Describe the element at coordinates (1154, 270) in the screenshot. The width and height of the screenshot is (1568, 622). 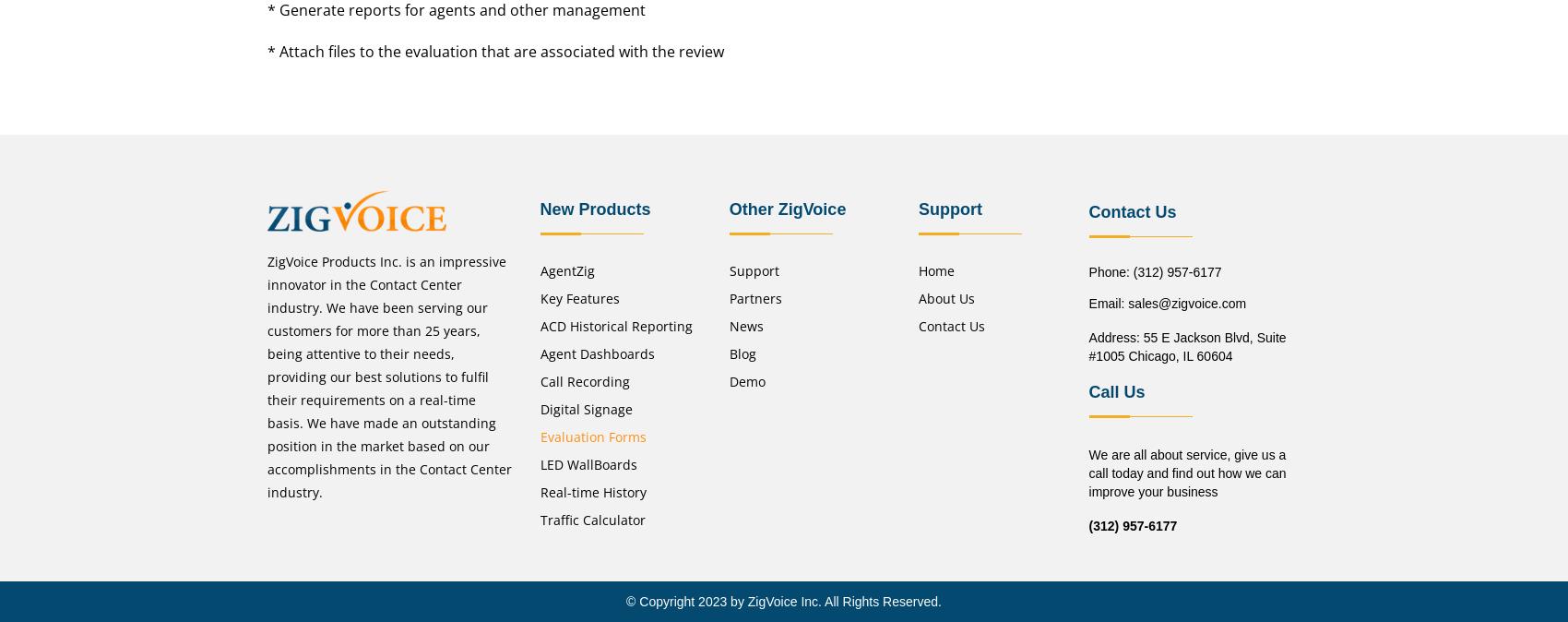
I see `'Phone: (312) 957-6177'` at that location.